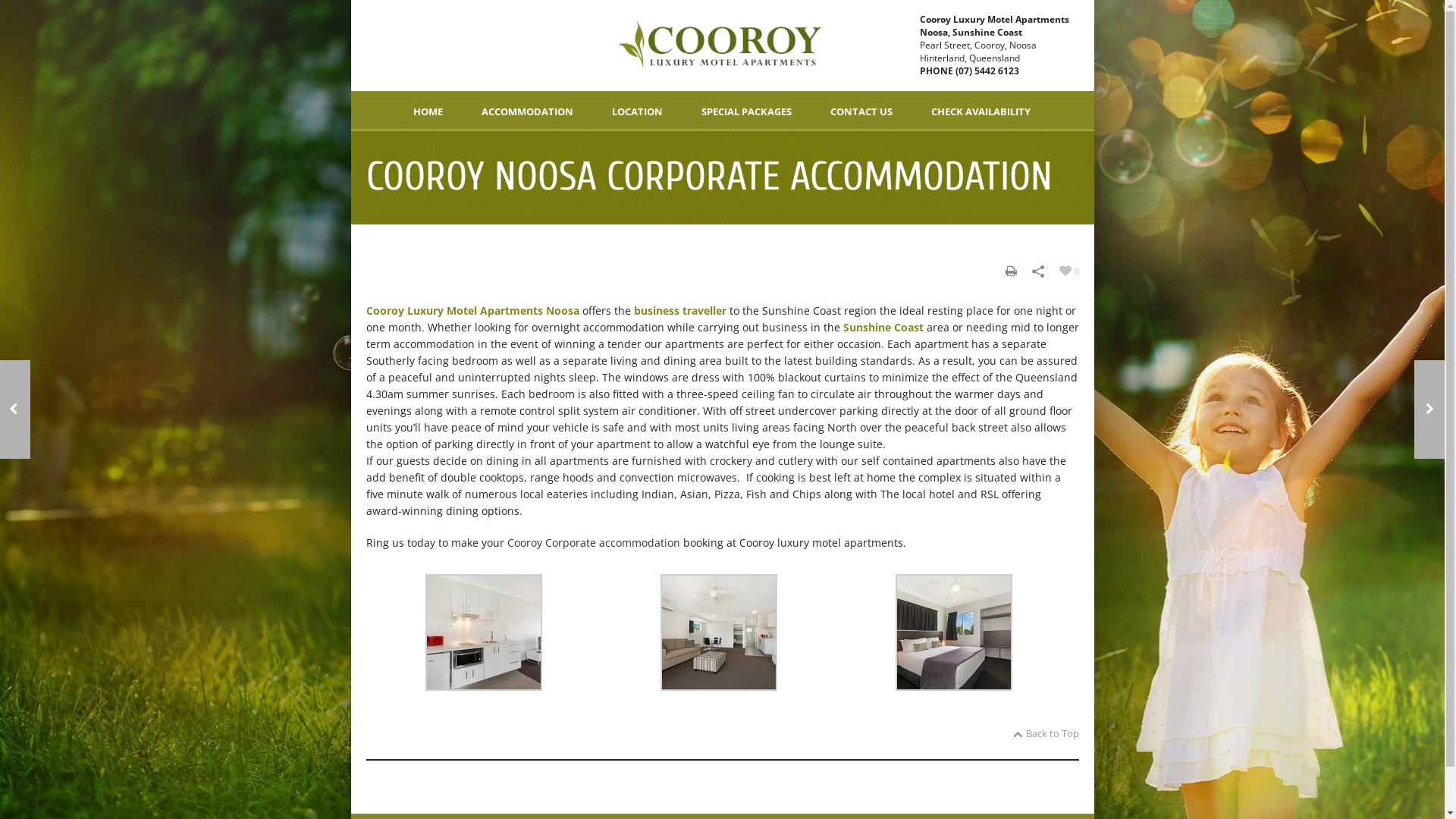  What do you see at coordinates (461, 110) in the screenshot?
I see `'ACCOMMODATION'` at bounding box center [461, 110].